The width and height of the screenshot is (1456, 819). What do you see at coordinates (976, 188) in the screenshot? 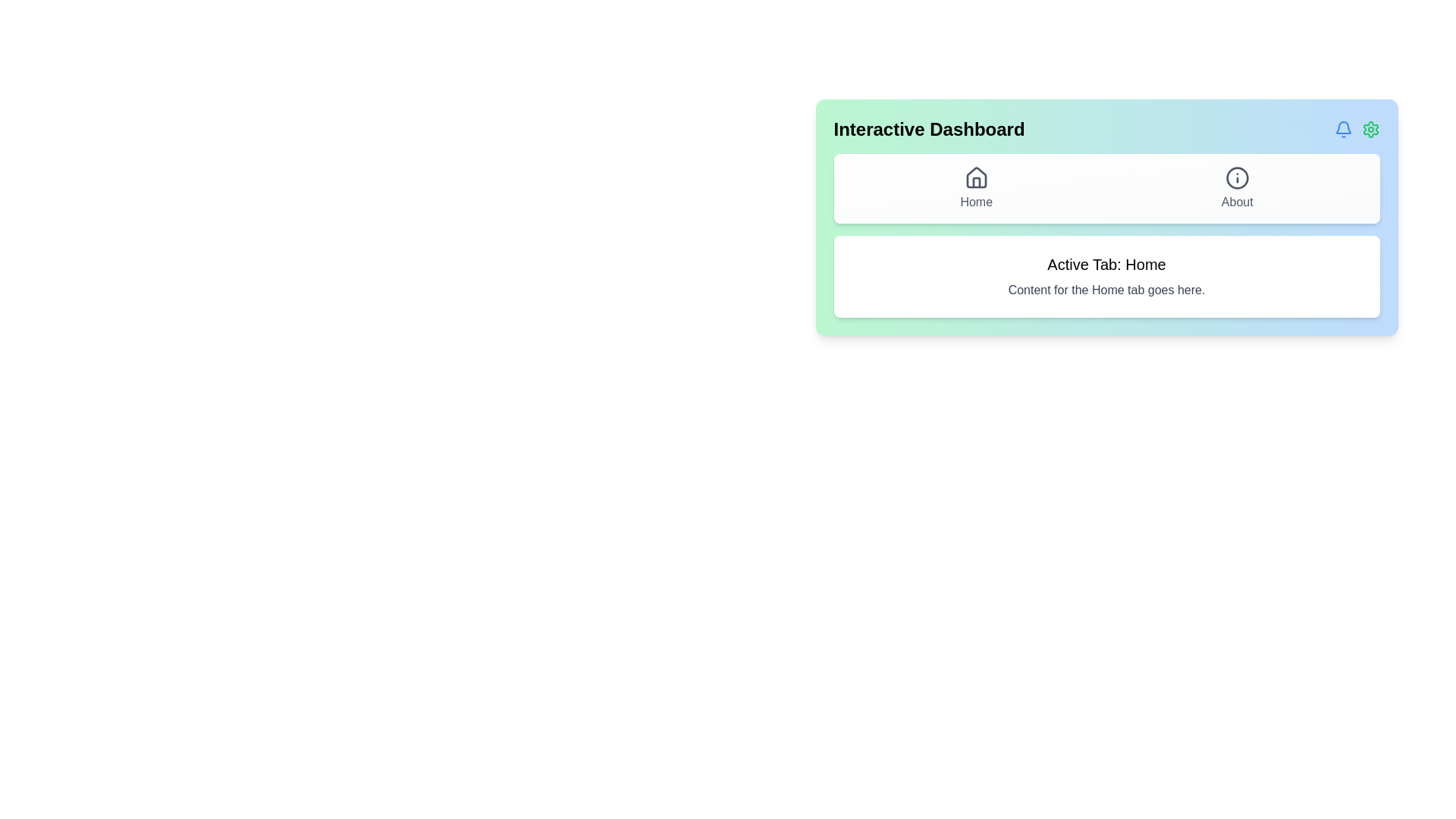
I see `the 'Home' button, which features a house icon and is positioned on the left side of the top navigation bar` at bounding box center [976, 188].